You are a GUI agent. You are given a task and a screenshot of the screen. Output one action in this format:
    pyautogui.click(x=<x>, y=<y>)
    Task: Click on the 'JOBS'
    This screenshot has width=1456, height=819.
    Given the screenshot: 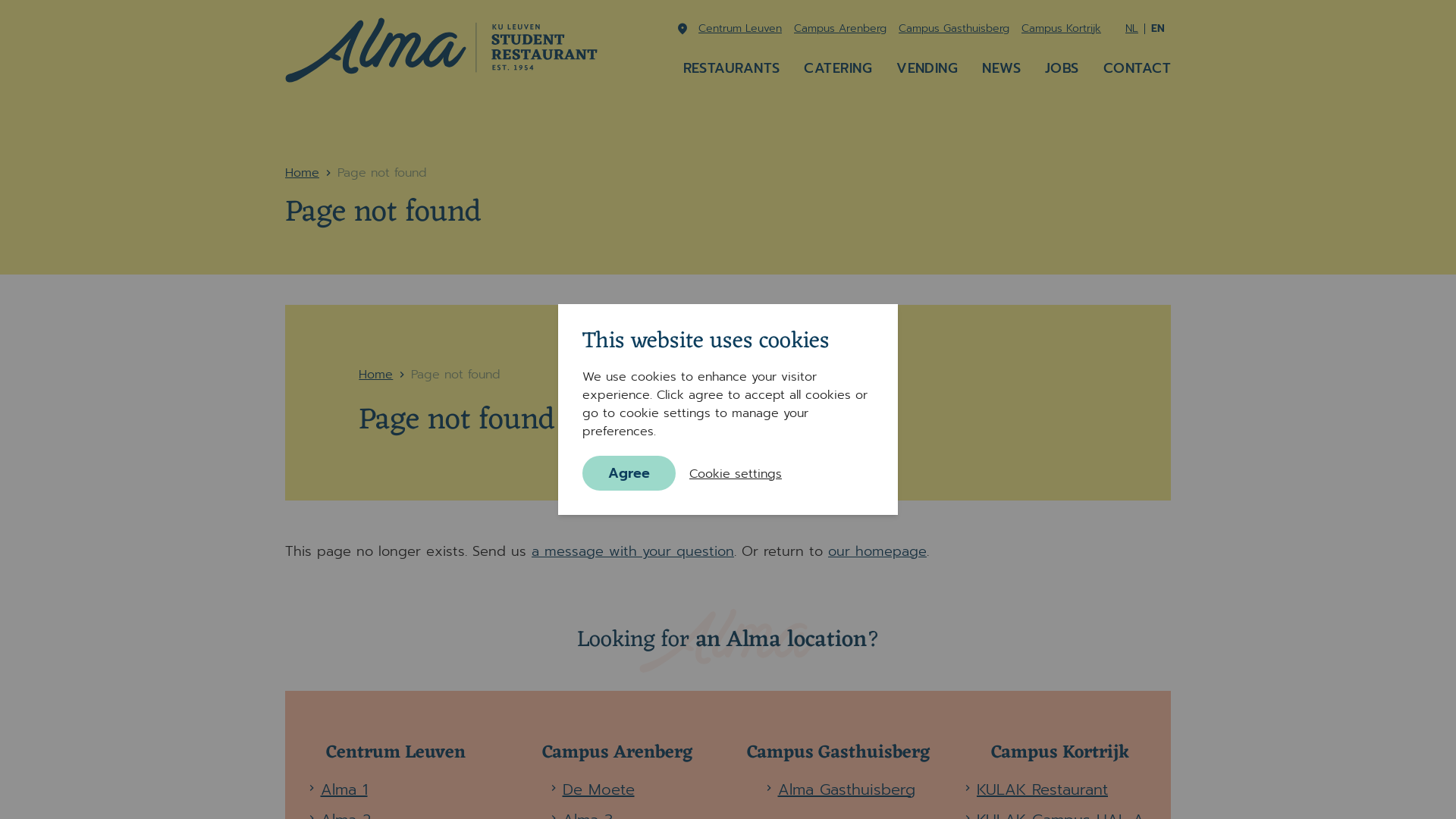 What is the action you would take?
    pyautogui.click(x=1061, y=67)
    